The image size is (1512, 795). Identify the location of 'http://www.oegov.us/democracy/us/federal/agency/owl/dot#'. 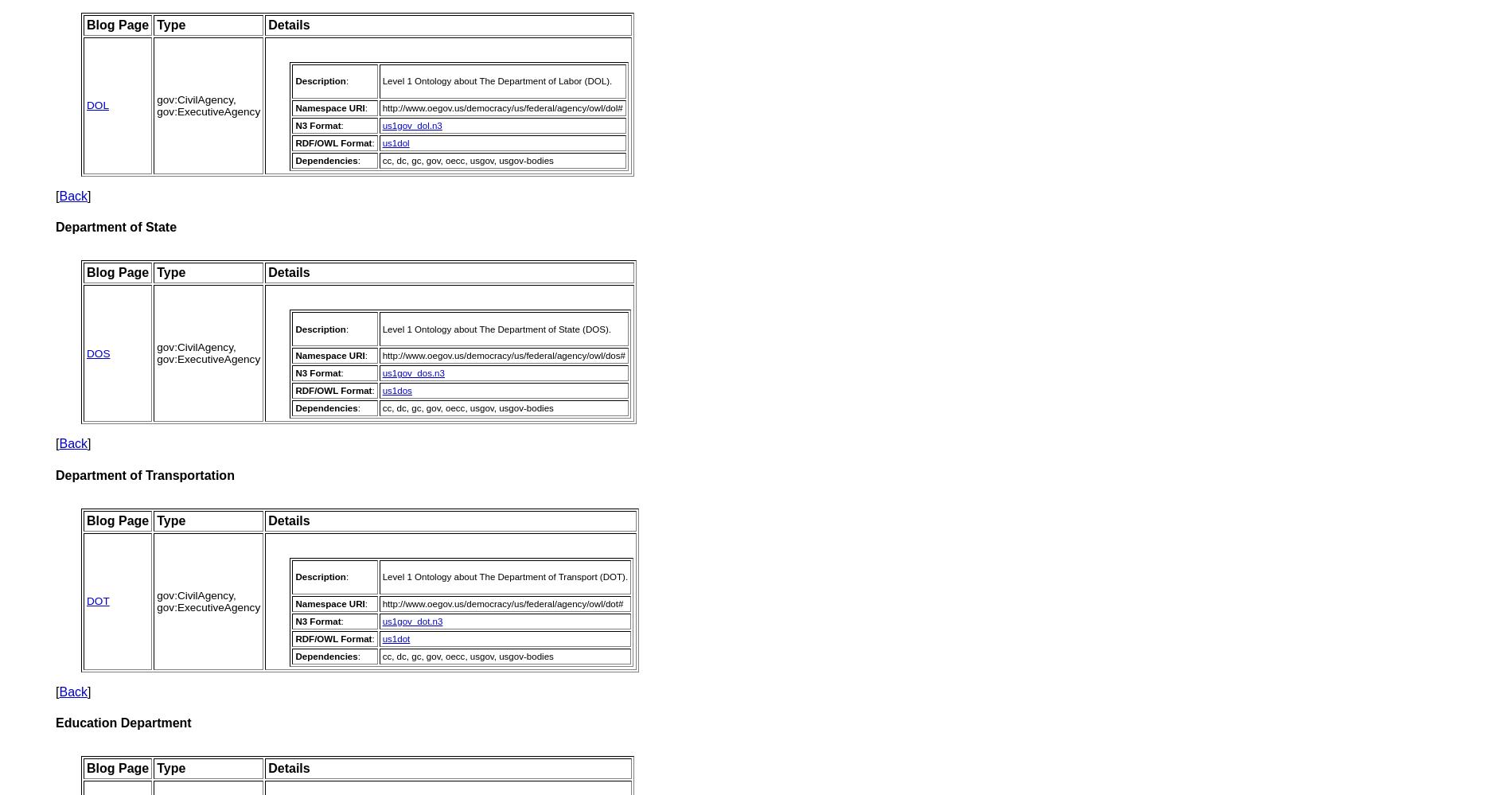
(502, 602).